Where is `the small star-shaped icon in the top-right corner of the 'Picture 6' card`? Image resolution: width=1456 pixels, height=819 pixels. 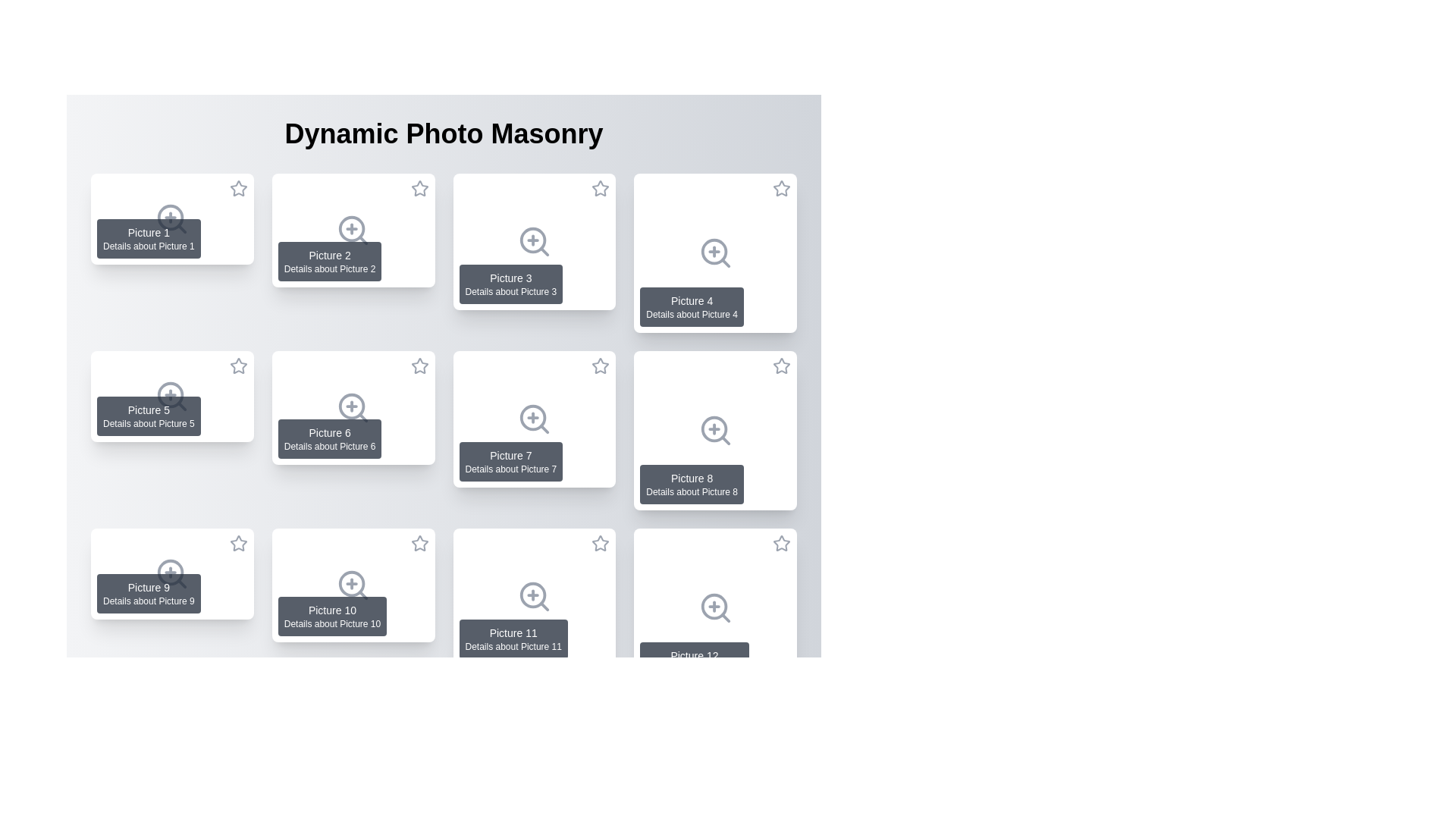
the small star-shaped icon in the top-right corner of the 'Picture 6' card is located at coordinates (419, 369).